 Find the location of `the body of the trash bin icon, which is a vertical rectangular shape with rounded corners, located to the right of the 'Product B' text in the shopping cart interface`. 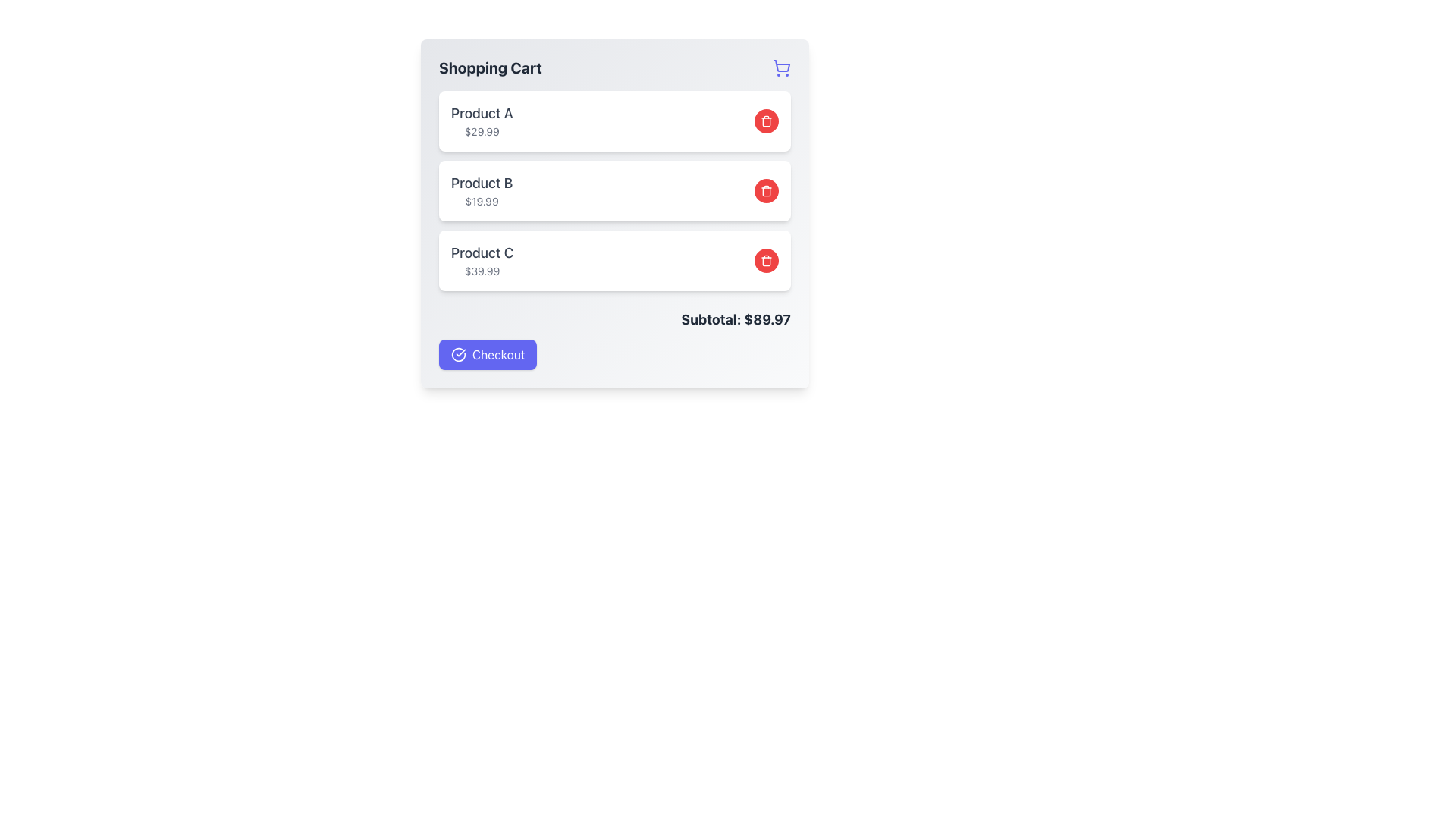

the body of the trash bin icon, which is a vertical rectangular shape with rounded corners, located to the right of the 'Product B' text in the shopping cart interface is located at coordinates (767, 260).